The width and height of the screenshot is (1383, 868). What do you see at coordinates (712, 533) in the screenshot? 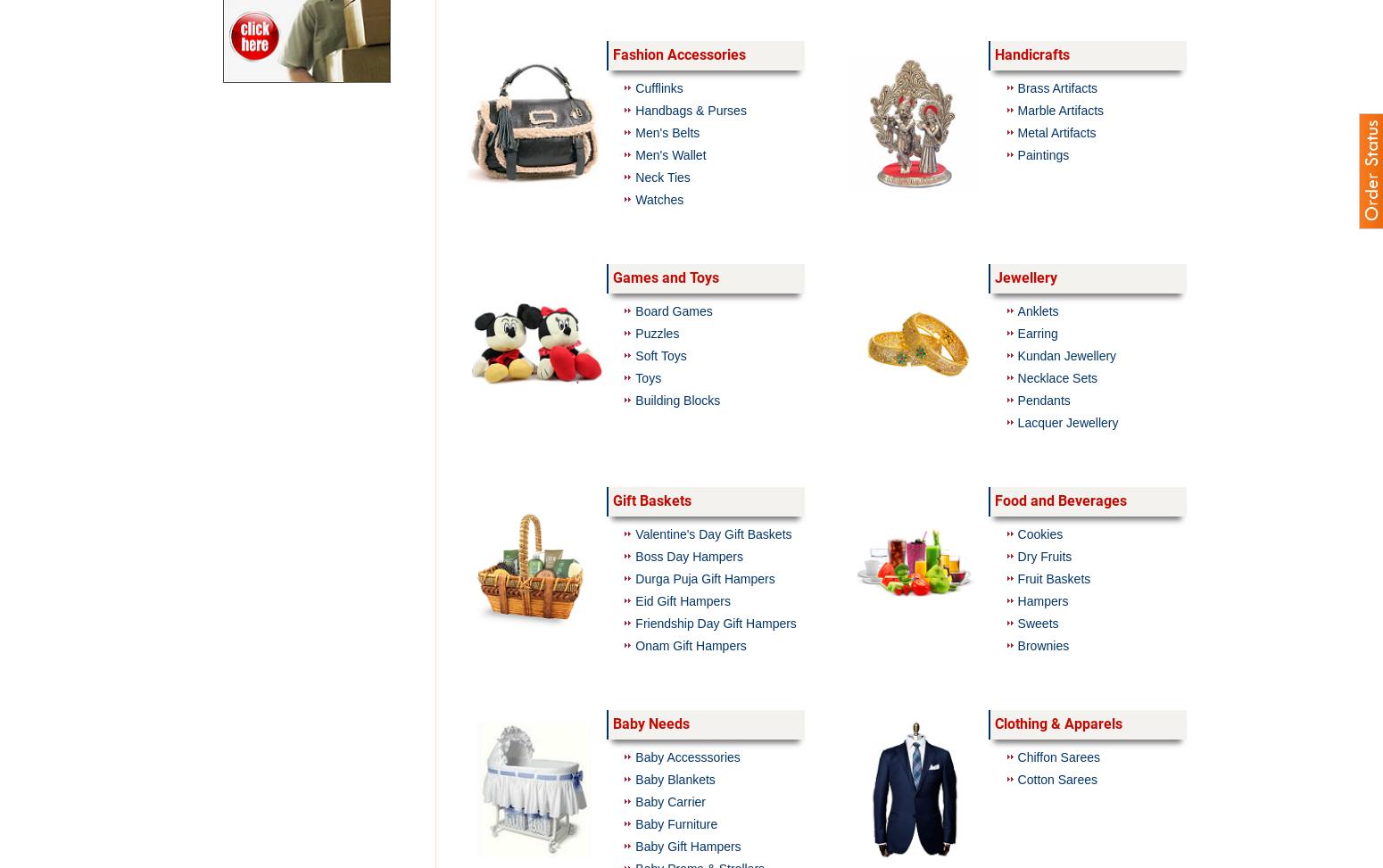
I see `'Valentine's Day Gift Baskets'` at bounding box center [712, 533].